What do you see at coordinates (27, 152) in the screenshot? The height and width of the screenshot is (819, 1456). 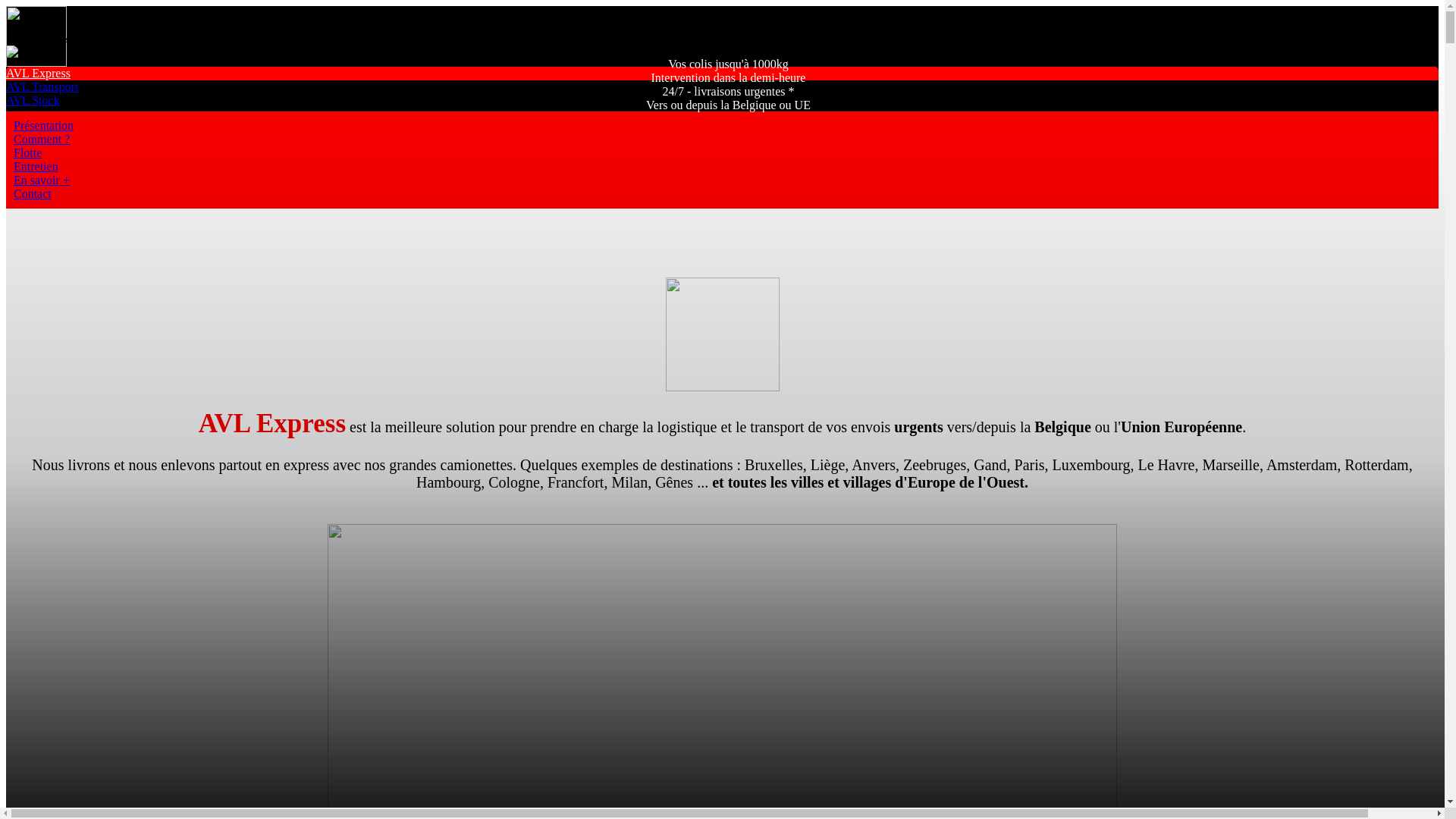 I see `'Flotte'` at bounding box center [27, 152].